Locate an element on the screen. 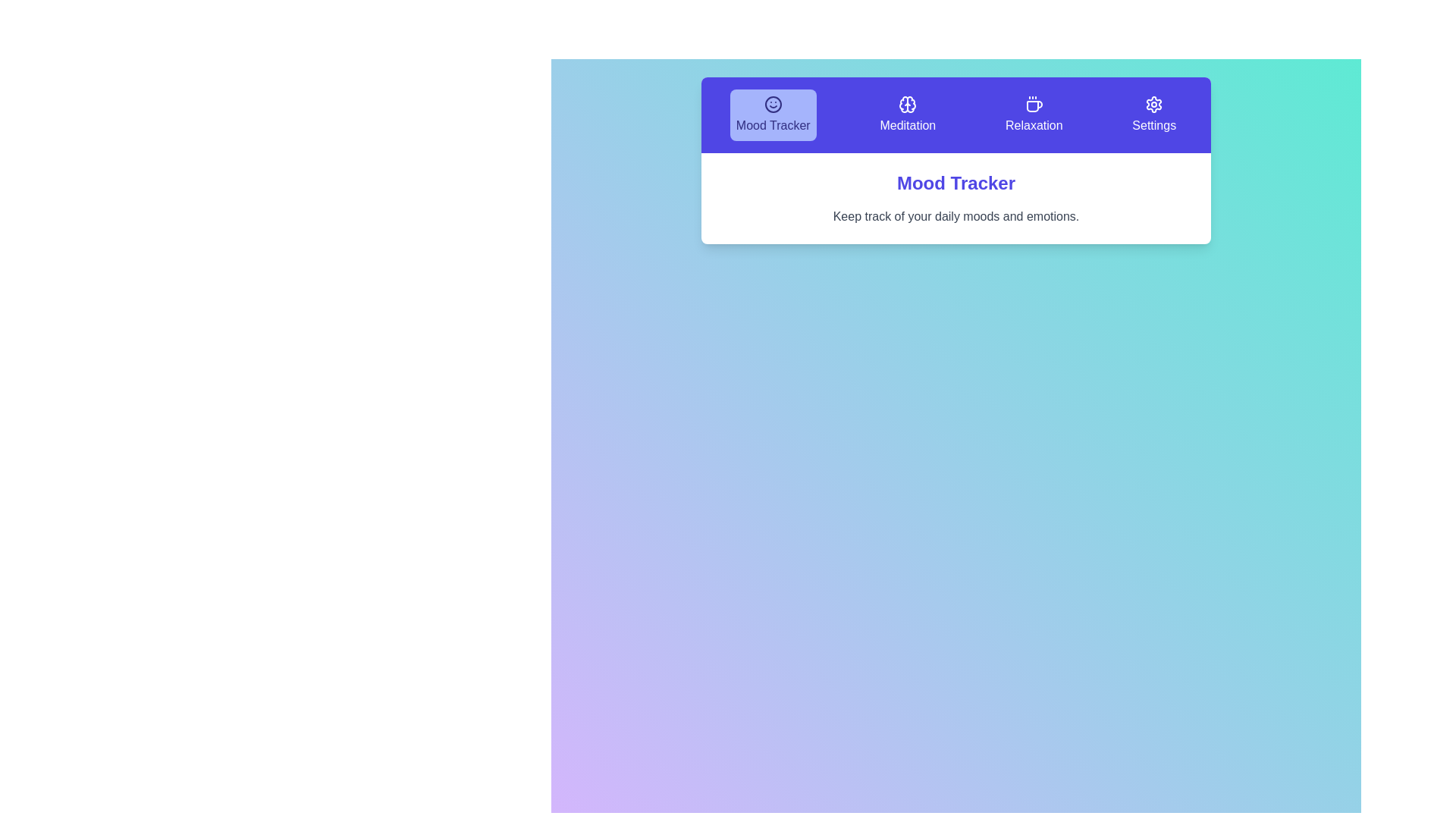  the gear icon located in the top-right corner of the navigation bar is located at coordinates (1153, 104).